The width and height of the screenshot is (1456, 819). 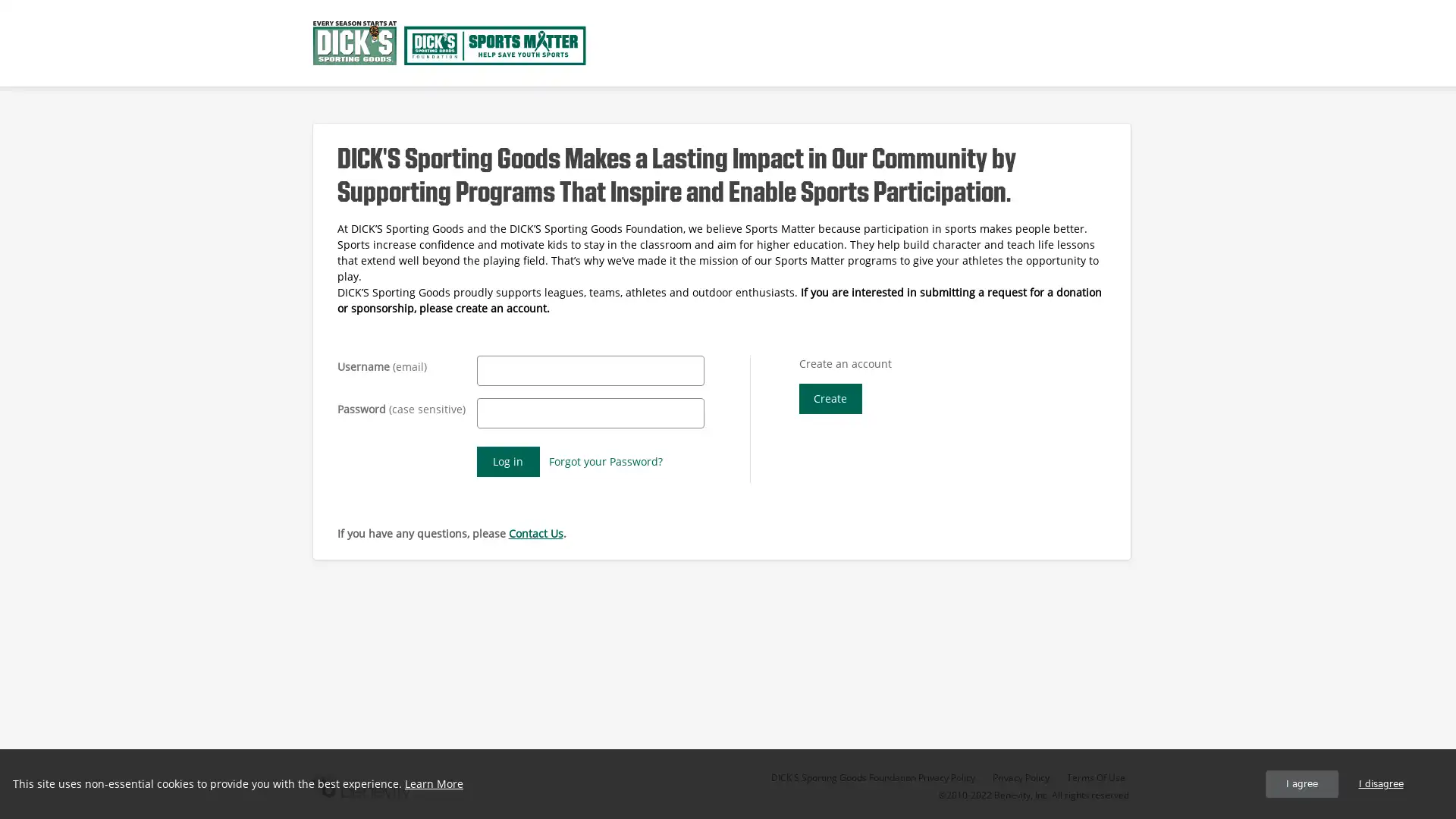 What do you see at coordinates (1301, 783) in the screenshot?
I see `I agree` at bounding box center [1301, 783].